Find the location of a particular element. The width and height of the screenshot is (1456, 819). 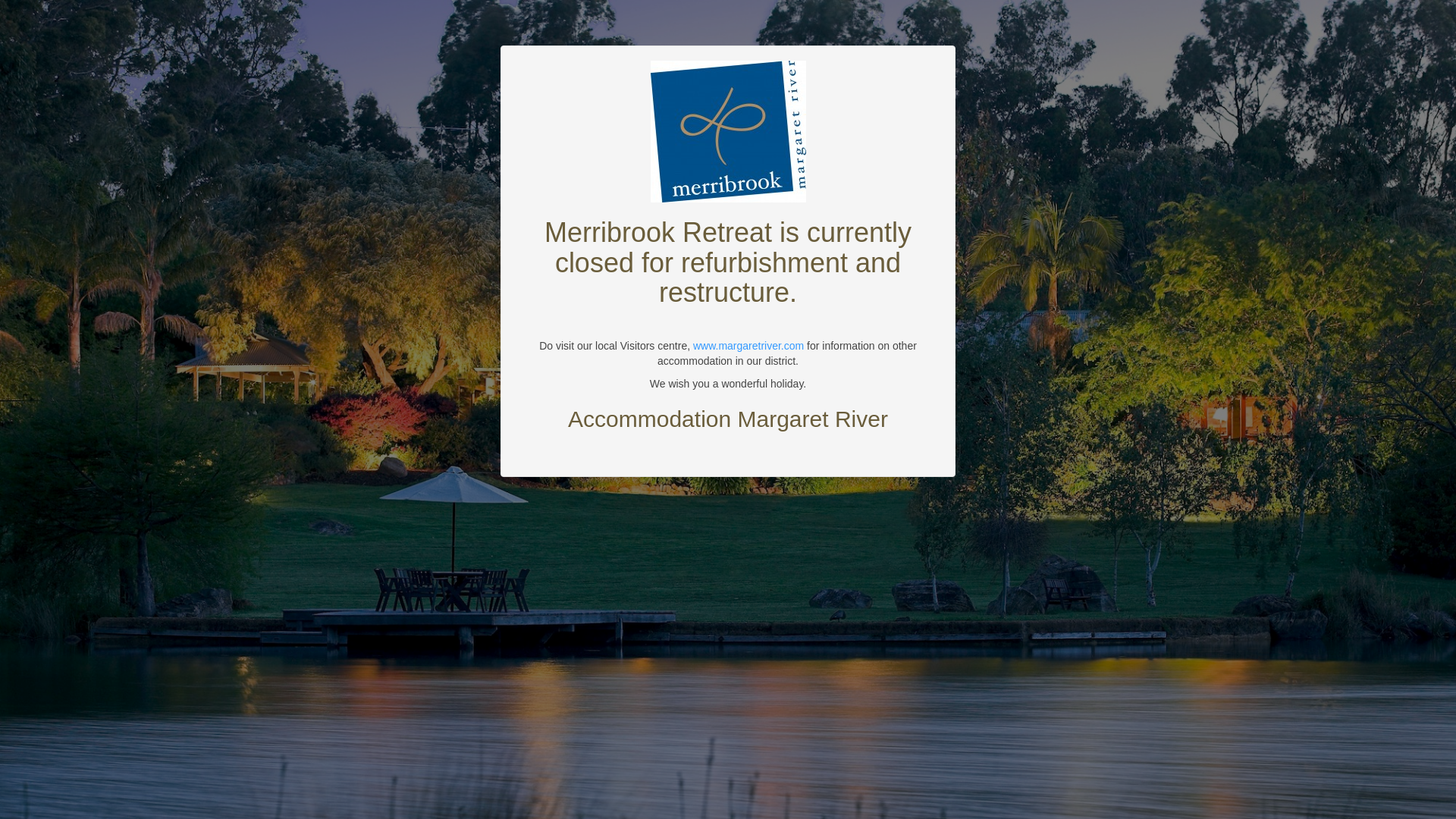

'www.margaretriver.com' is located at coordinates (692, 345).